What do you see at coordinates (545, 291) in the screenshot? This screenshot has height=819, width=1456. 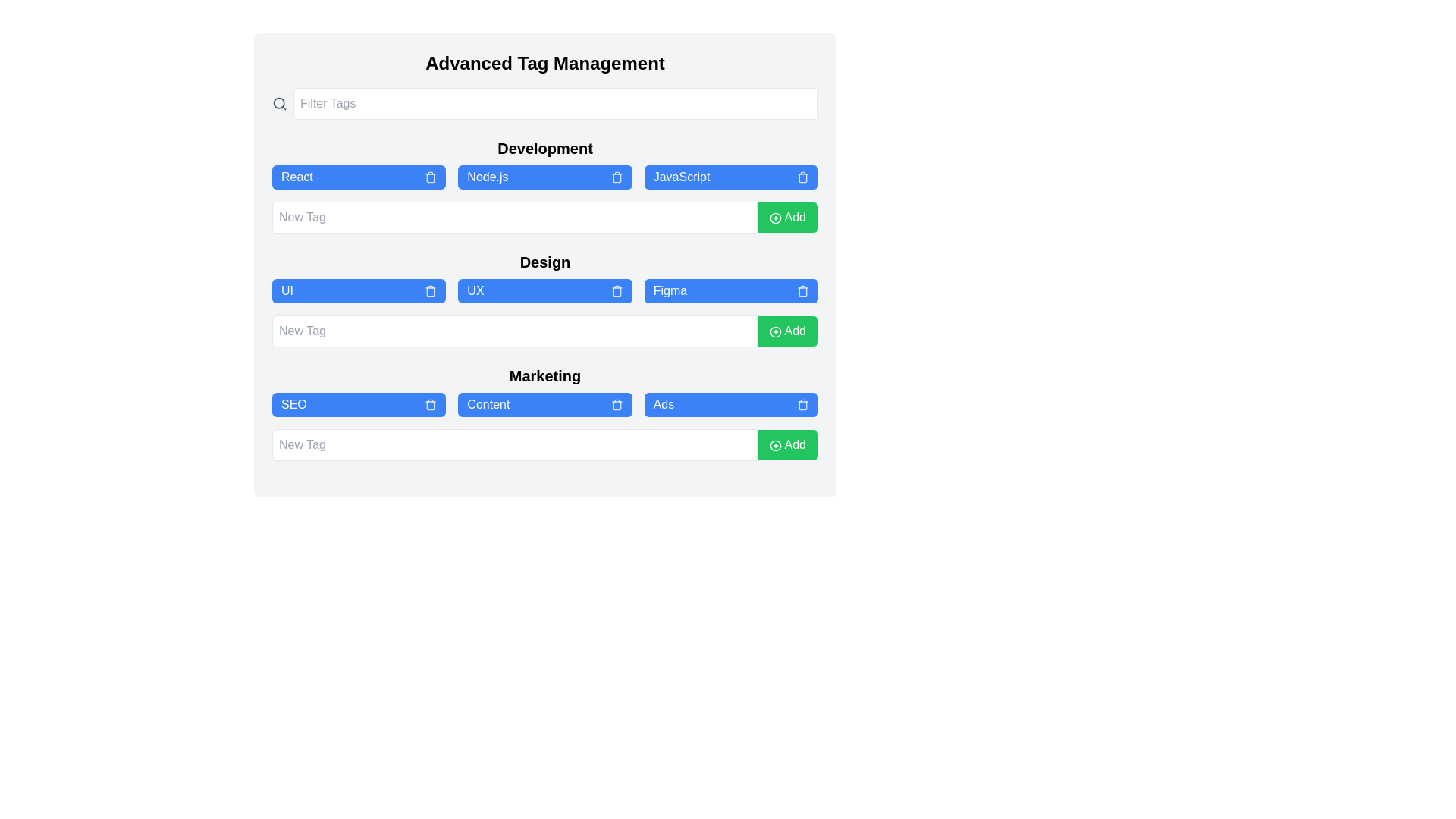 I see `the 'UX' button located in the 'Design' row` at bounding box center [545, 291].